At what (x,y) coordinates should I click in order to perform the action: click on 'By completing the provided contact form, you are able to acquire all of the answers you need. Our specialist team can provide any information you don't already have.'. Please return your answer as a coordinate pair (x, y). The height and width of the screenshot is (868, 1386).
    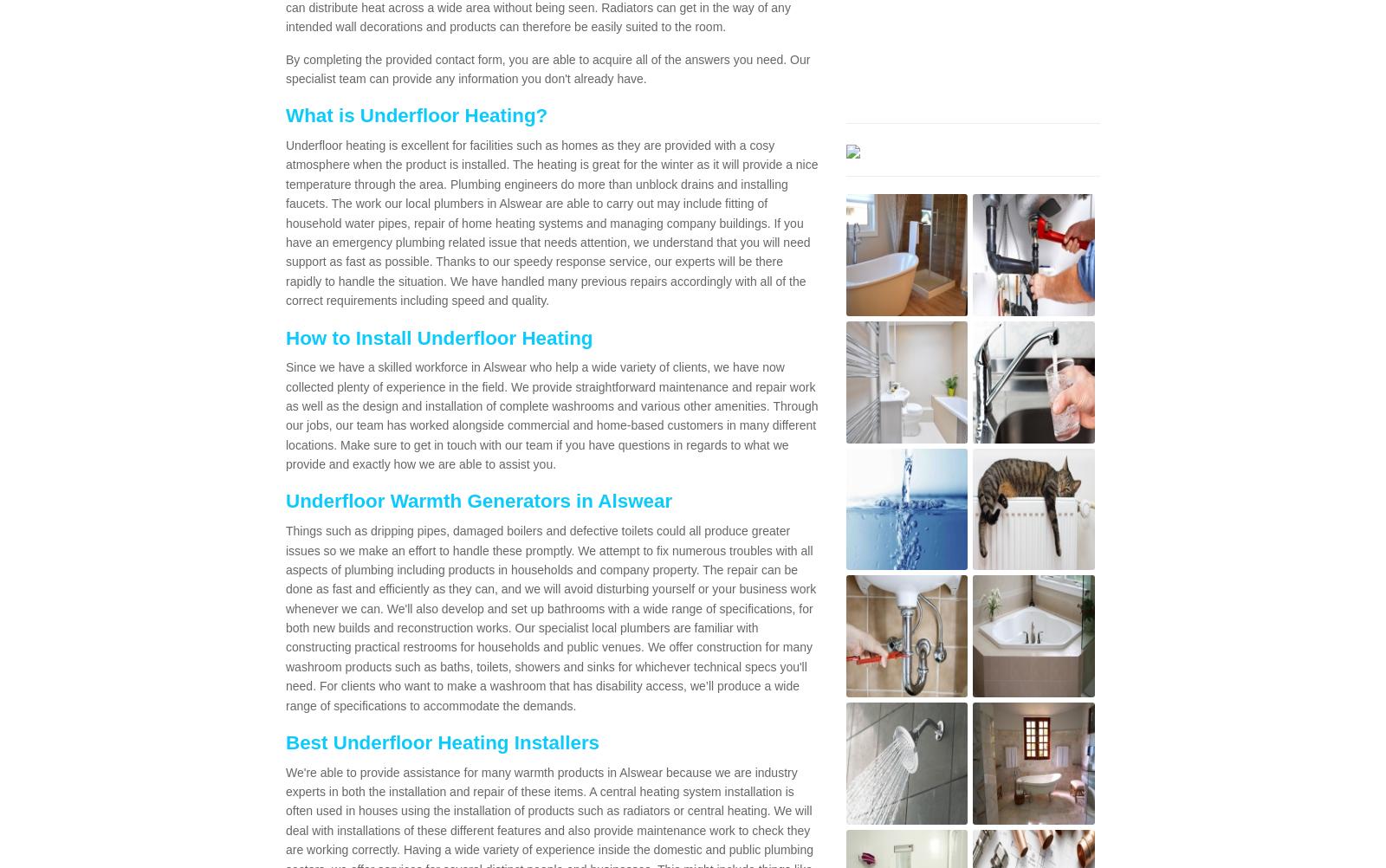
    Looking at the image, I should click on (547, 68).